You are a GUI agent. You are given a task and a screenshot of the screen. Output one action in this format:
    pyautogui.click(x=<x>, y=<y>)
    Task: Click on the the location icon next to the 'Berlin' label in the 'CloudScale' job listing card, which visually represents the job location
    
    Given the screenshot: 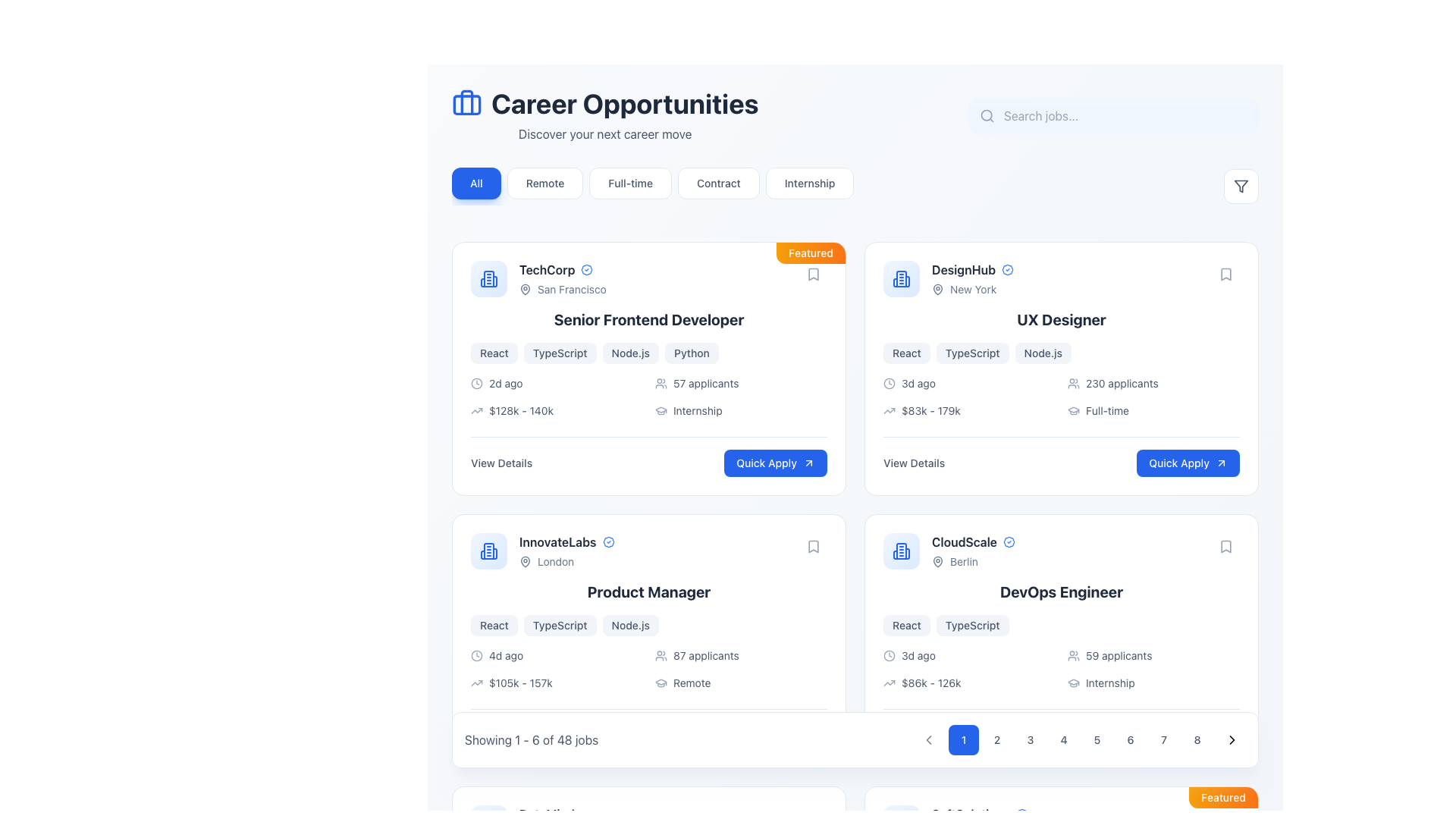 What is the action you would take?
    pyautogui.click(x=937, y=561)
    